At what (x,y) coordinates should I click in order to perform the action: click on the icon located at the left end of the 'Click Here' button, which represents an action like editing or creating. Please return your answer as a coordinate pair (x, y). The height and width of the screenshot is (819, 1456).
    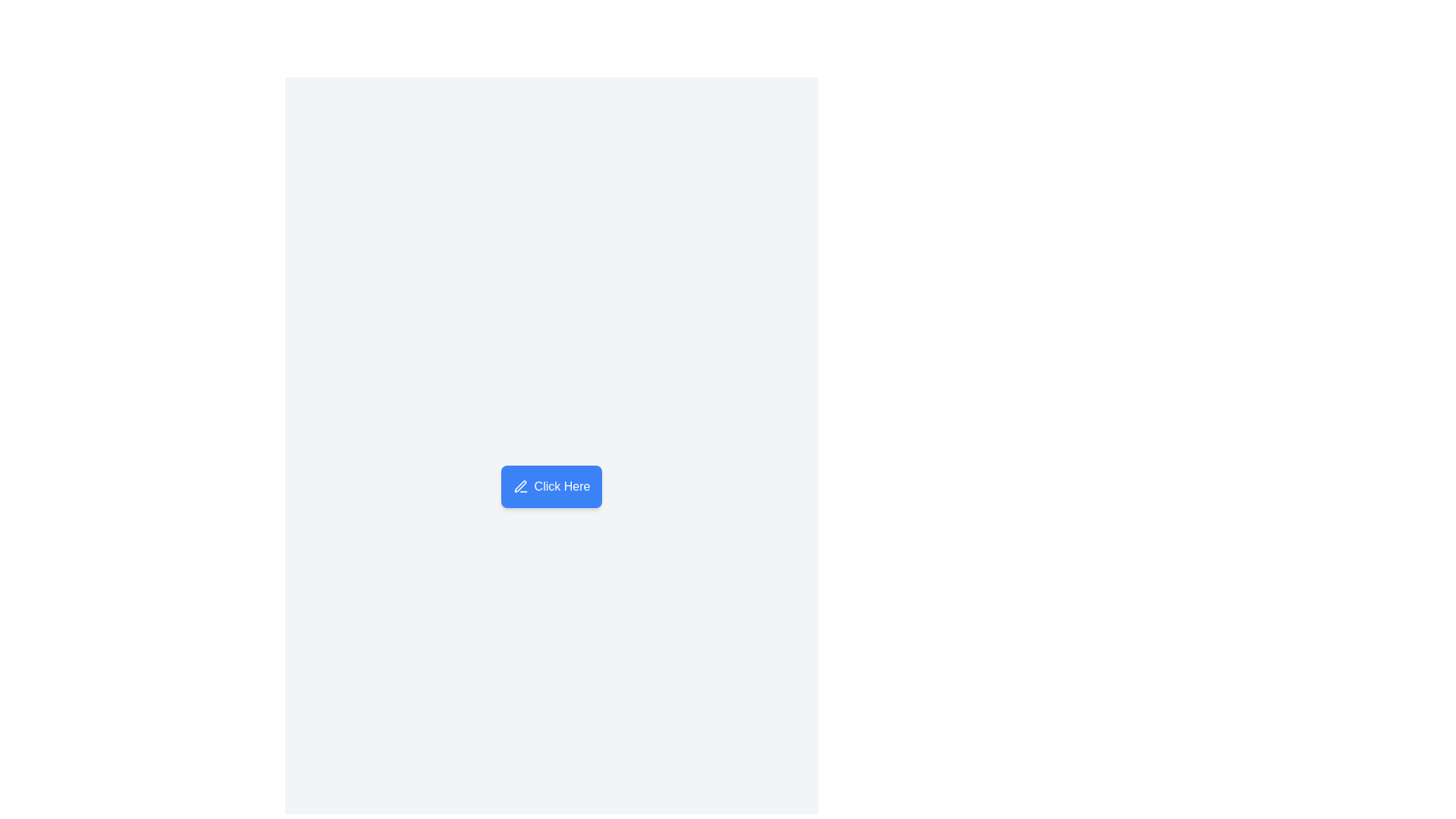
    Looking at the image, I should click on (520, 486).